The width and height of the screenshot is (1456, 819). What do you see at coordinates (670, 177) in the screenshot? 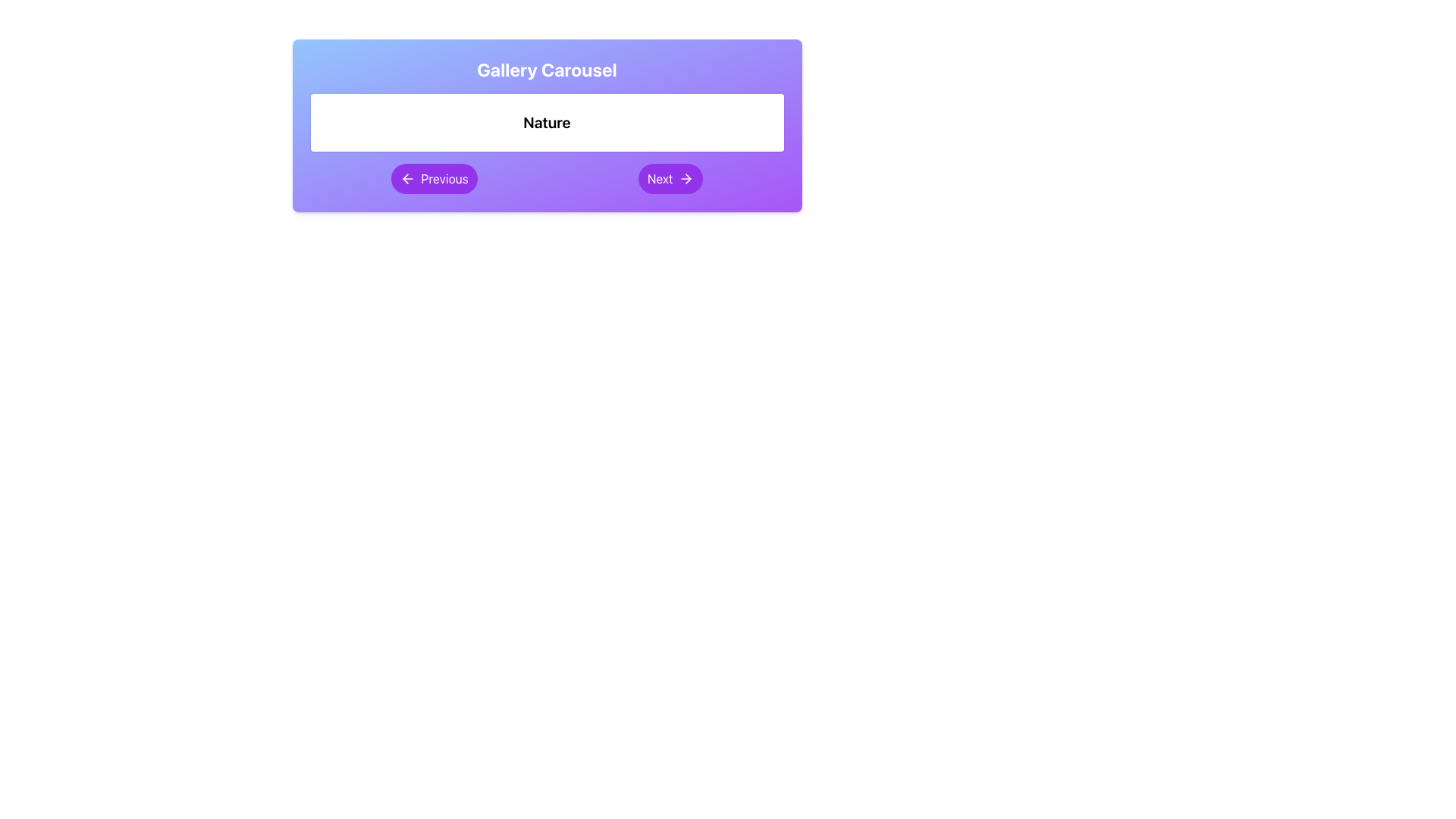
I see `the 'Next' button in the carousel navigation section` at bounding box center [670, 177].